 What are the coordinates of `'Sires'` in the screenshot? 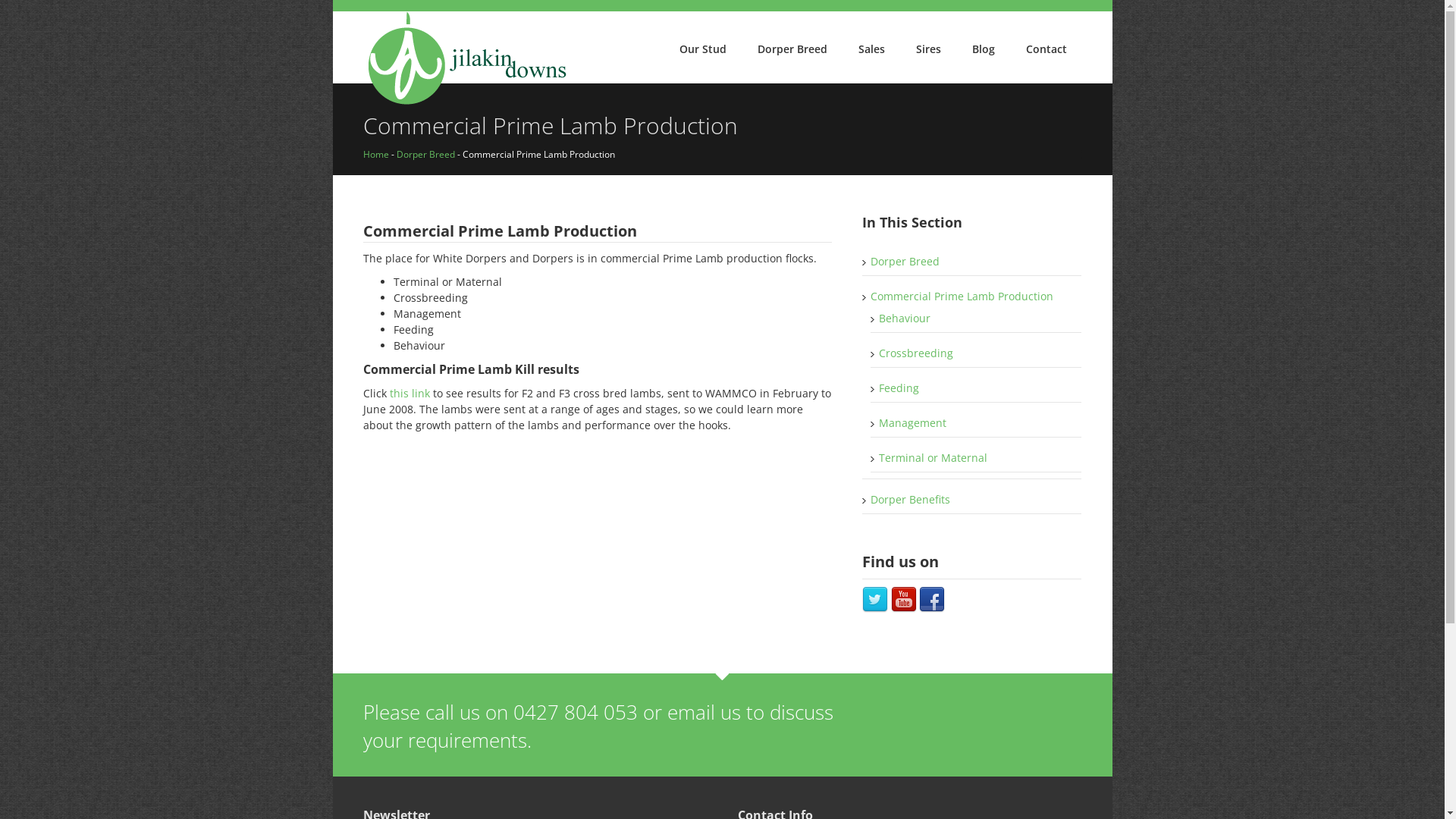 It's located at (927, 49).